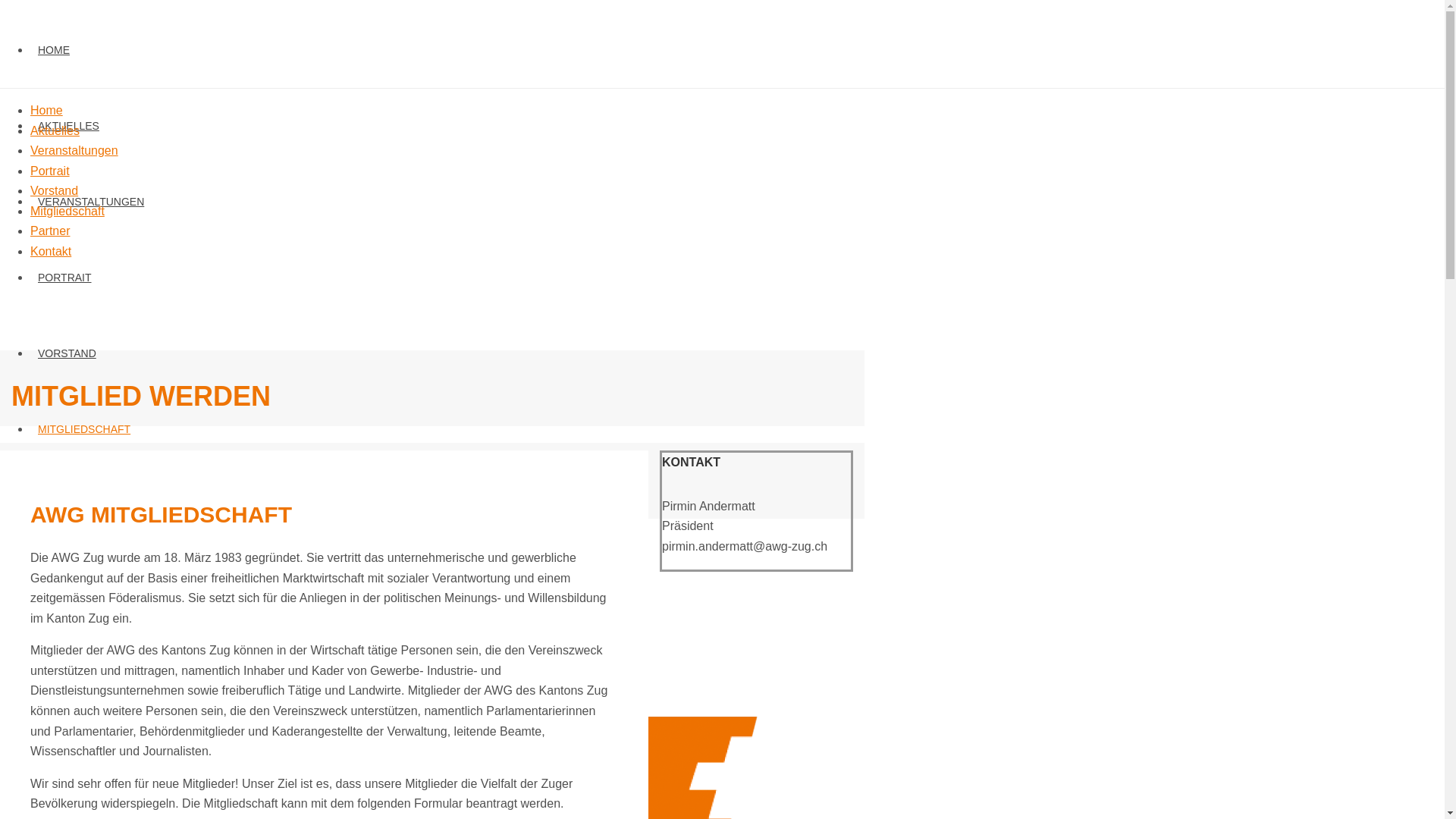  I want to click on 'PORTRAIT', so click(30, 278).